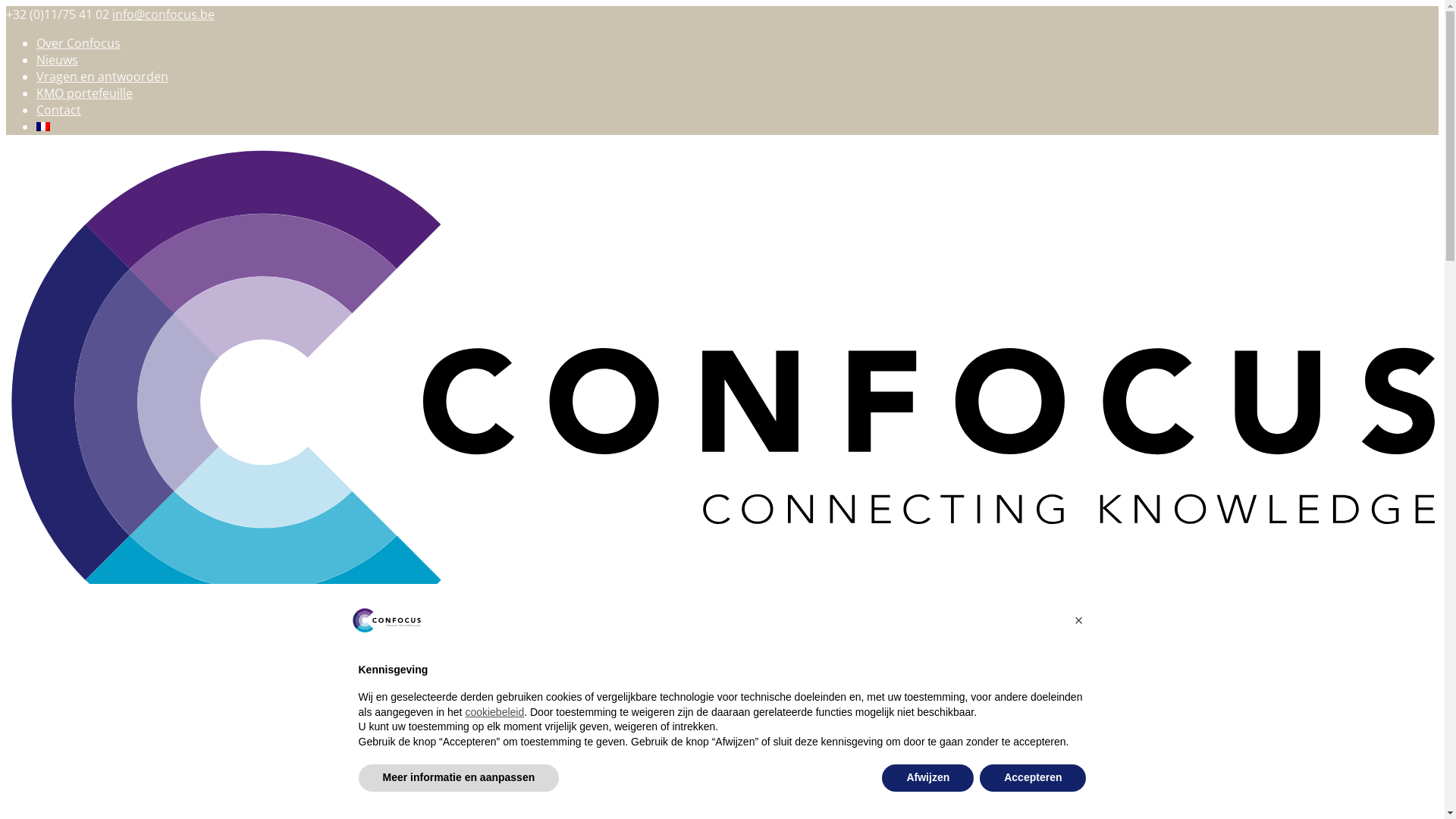 Image resolution: width=1456 pixels, height=819 pixels. I want to click on 'Sectoren', so click(61, 698).